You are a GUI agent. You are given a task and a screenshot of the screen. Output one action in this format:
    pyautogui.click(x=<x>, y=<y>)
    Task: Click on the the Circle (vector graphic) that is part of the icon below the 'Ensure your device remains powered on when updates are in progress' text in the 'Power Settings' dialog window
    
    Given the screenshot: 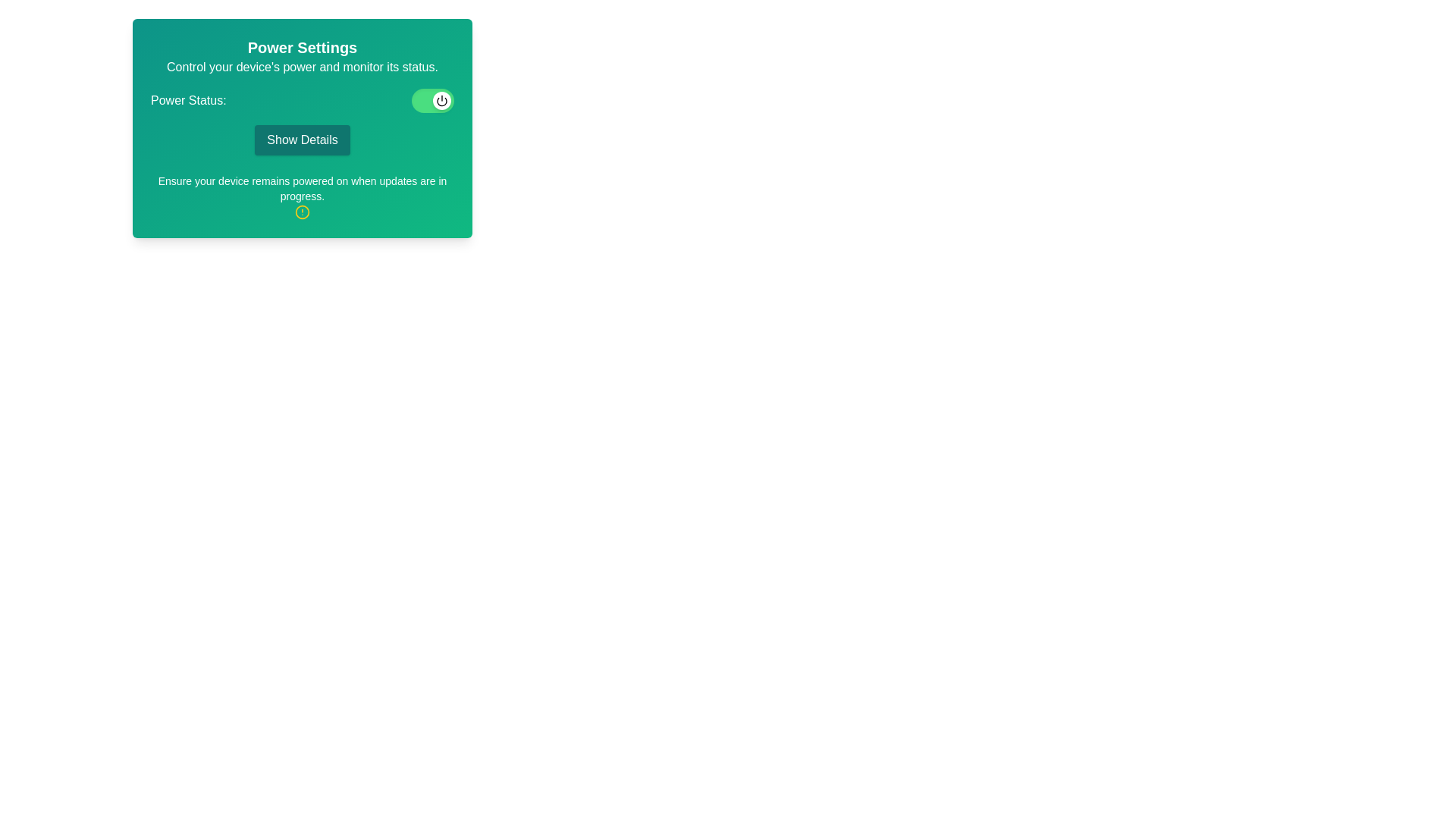 What is the action you would take?
    pyautogui.click(x=302, y=212)
    